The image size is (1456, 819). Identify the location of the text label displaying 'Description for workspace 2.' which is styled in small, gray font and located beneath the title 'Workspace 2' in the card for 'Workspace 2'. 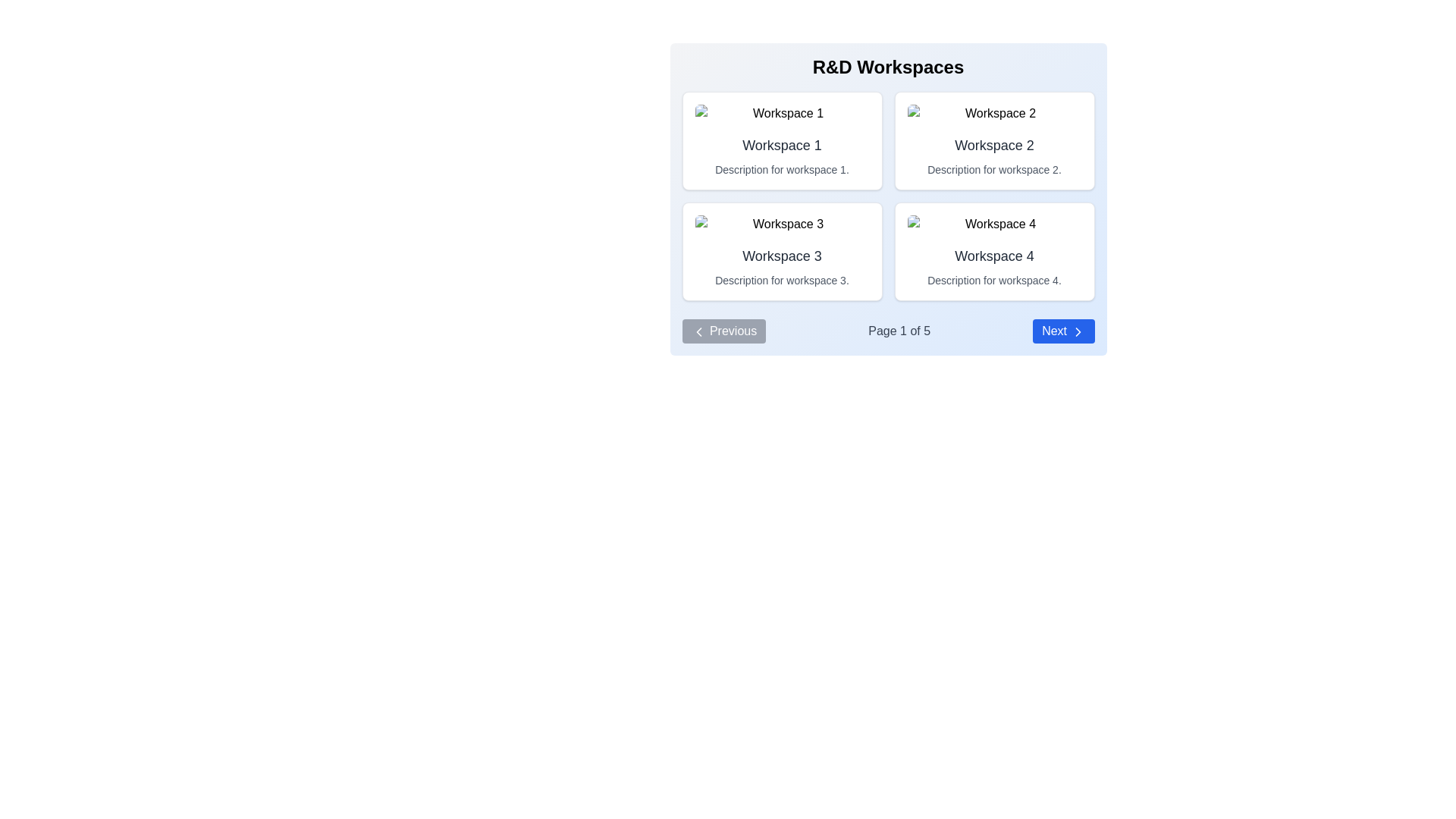
(994, 169).